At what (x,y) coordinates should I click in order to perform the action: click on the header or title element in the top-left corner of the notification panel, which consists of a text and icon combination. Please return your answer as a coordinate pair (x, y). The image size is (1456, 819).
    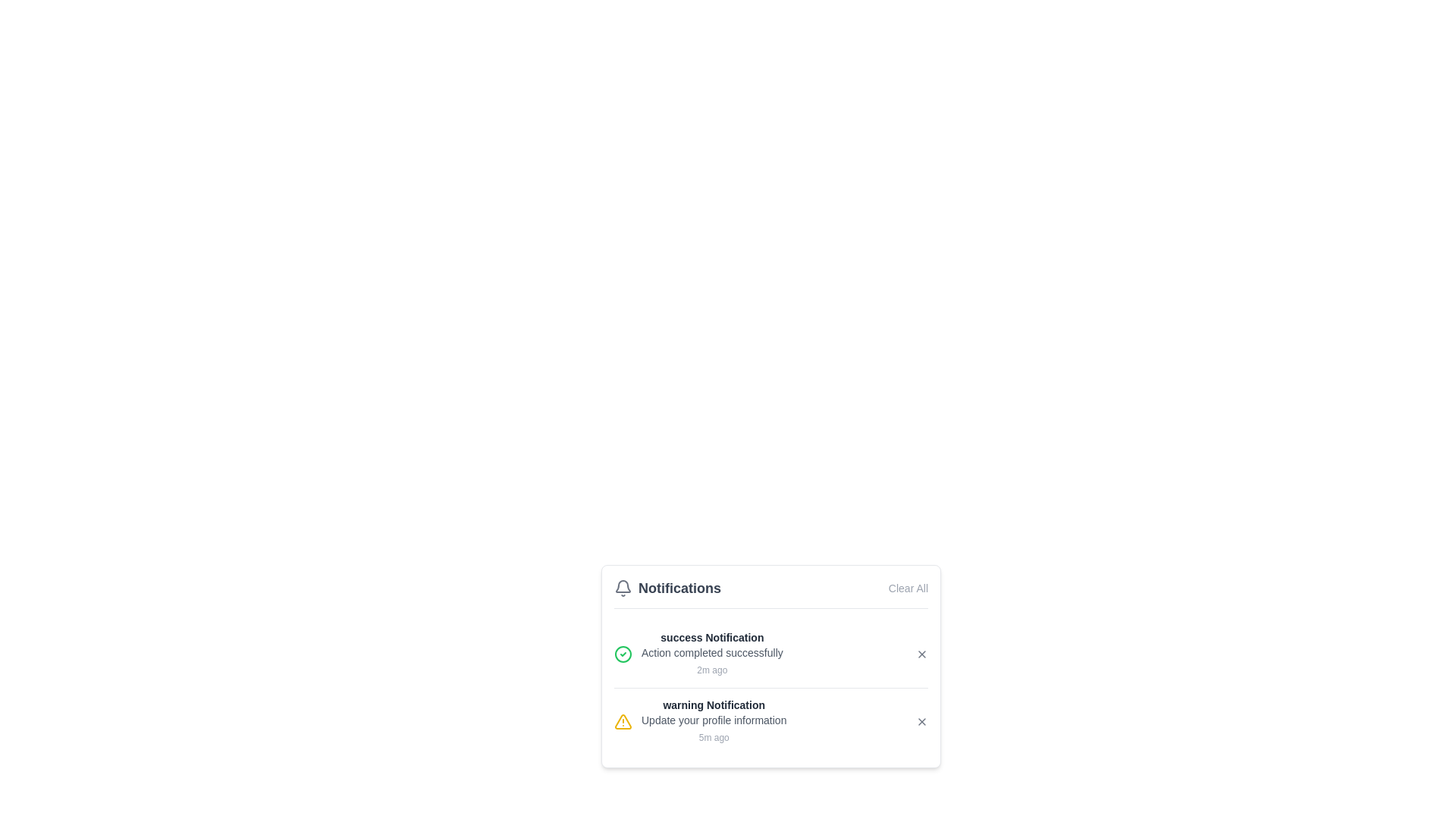
    Looking at the image, I should click on (667, 587).